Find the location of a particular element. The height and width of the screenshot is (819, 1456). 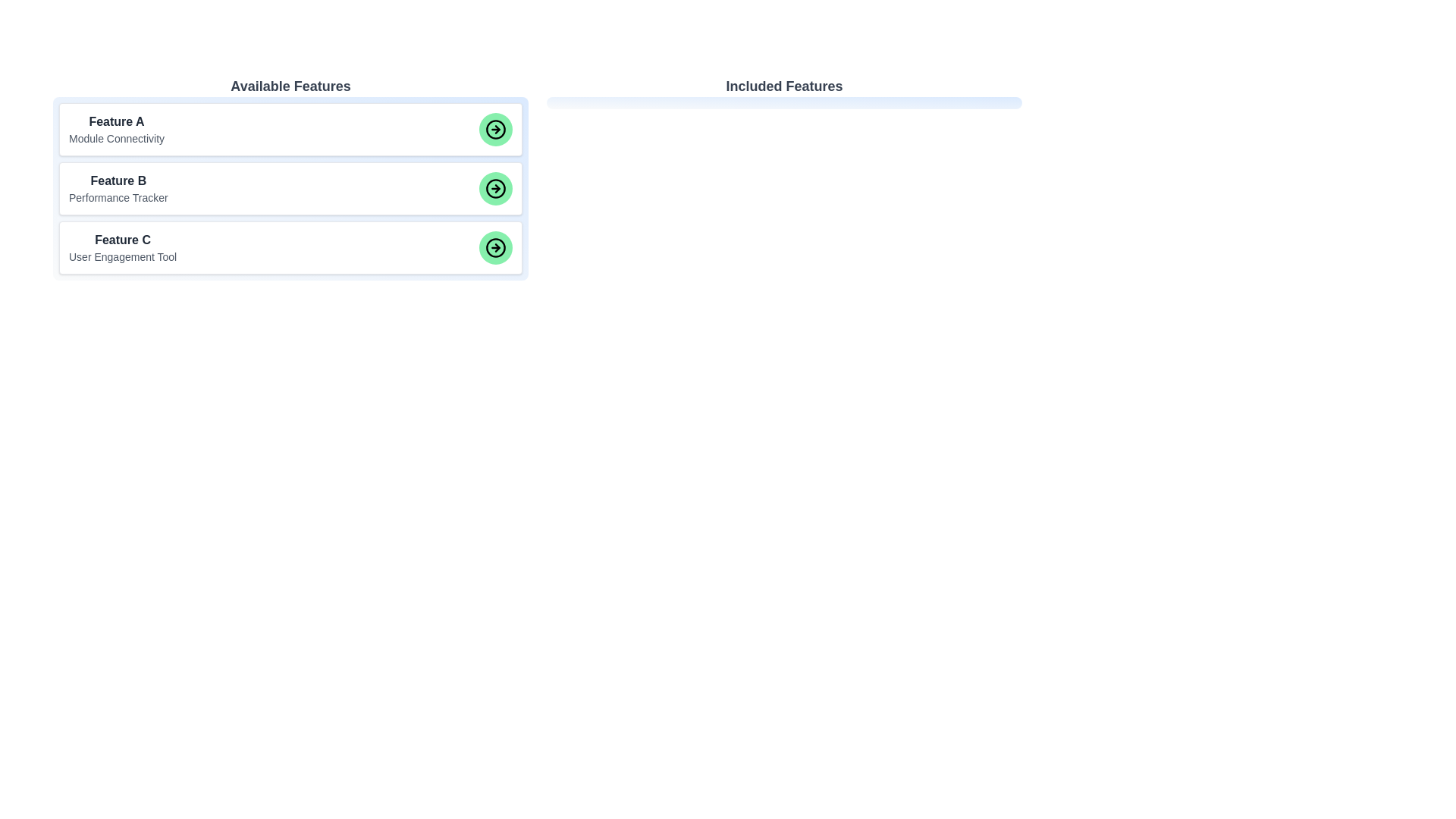

the item Feature B from the Available Features list to the Included Features list is located at coordinates (290, 188).